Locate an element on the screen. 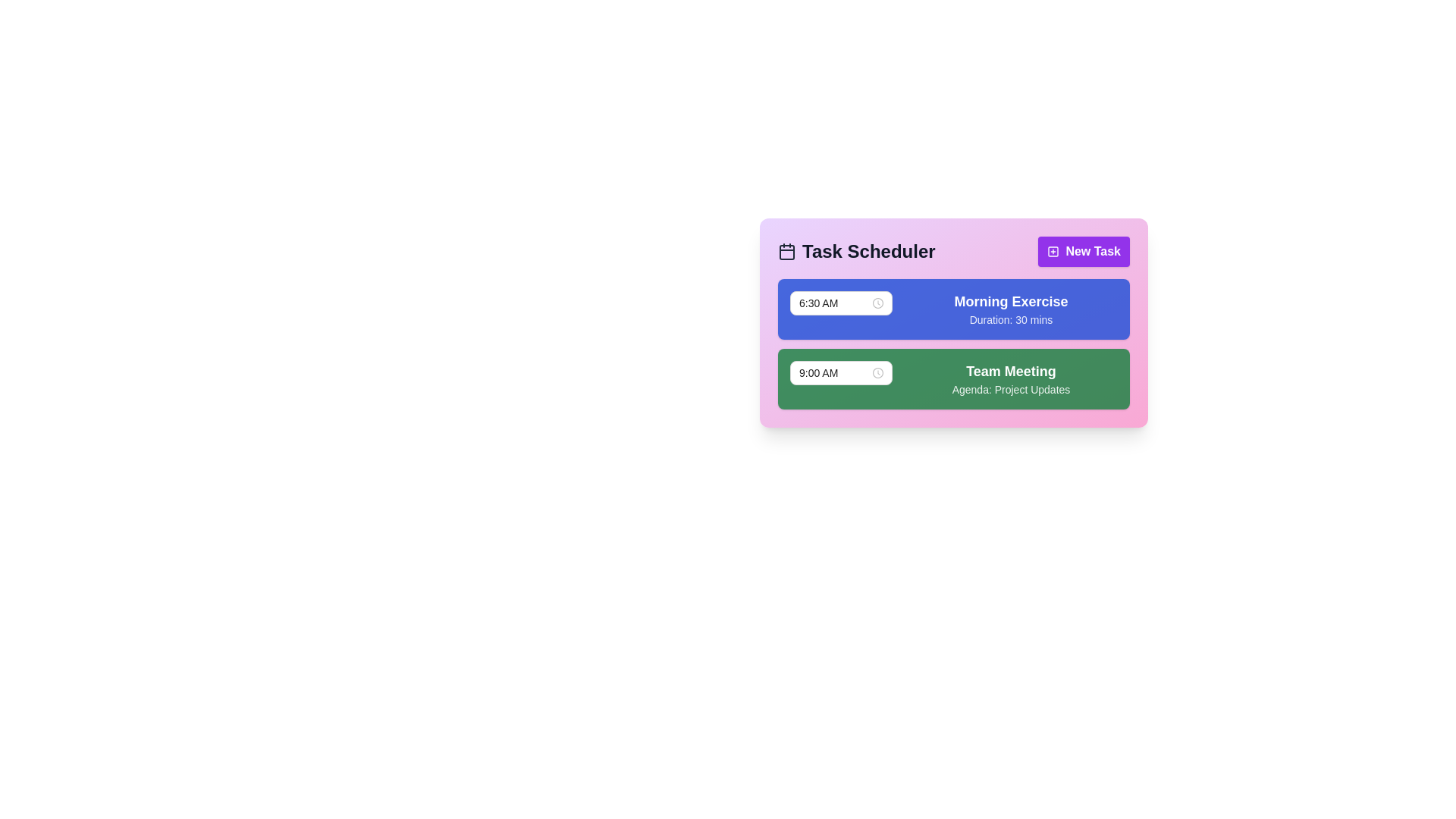 This screenshot has width=1456, height=819. the time input field for 'Morning Exercise' to focus and enable time editing is located at coordinates (840, 303).